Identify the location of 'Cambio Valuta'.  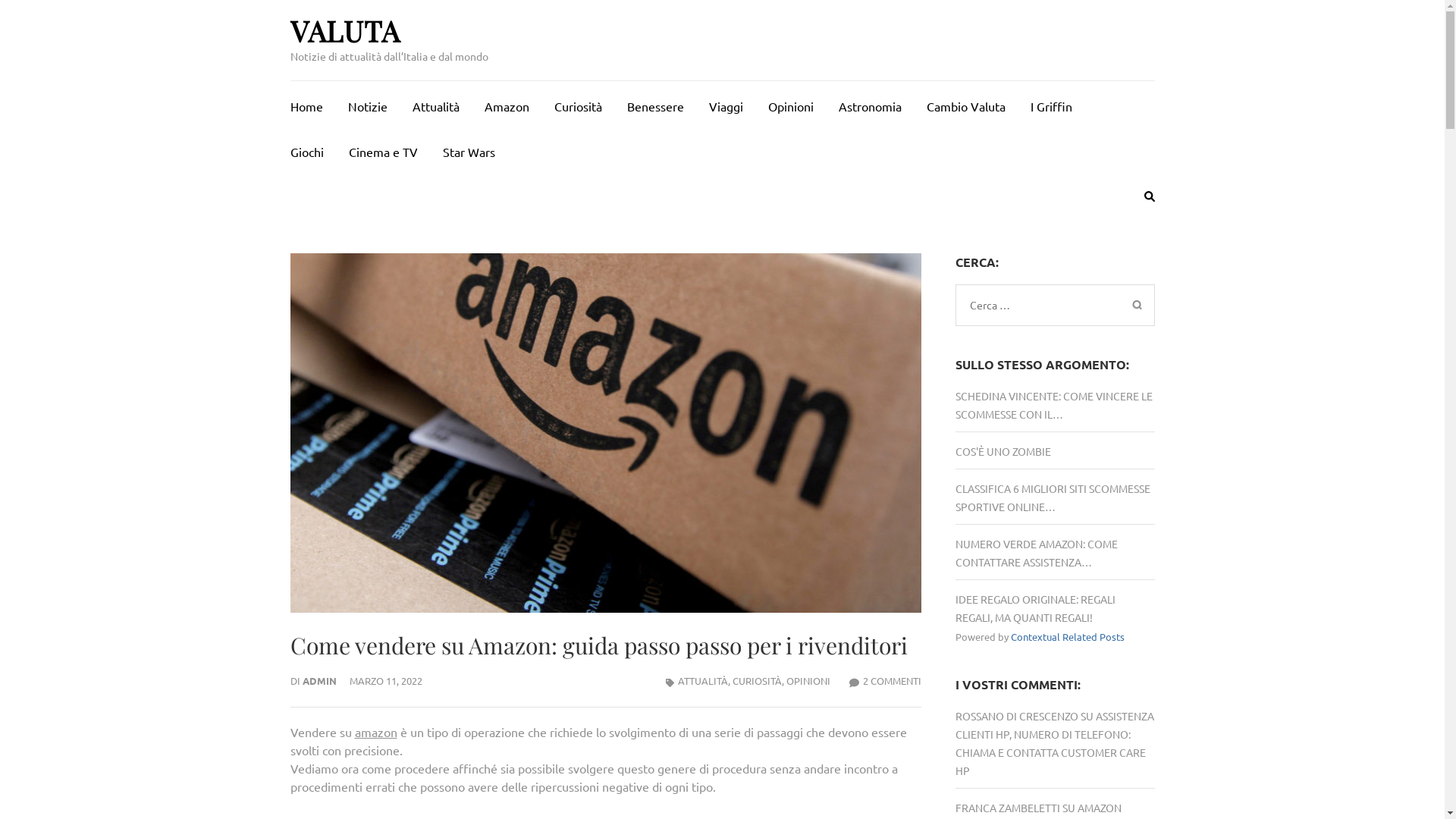
(965, 103).